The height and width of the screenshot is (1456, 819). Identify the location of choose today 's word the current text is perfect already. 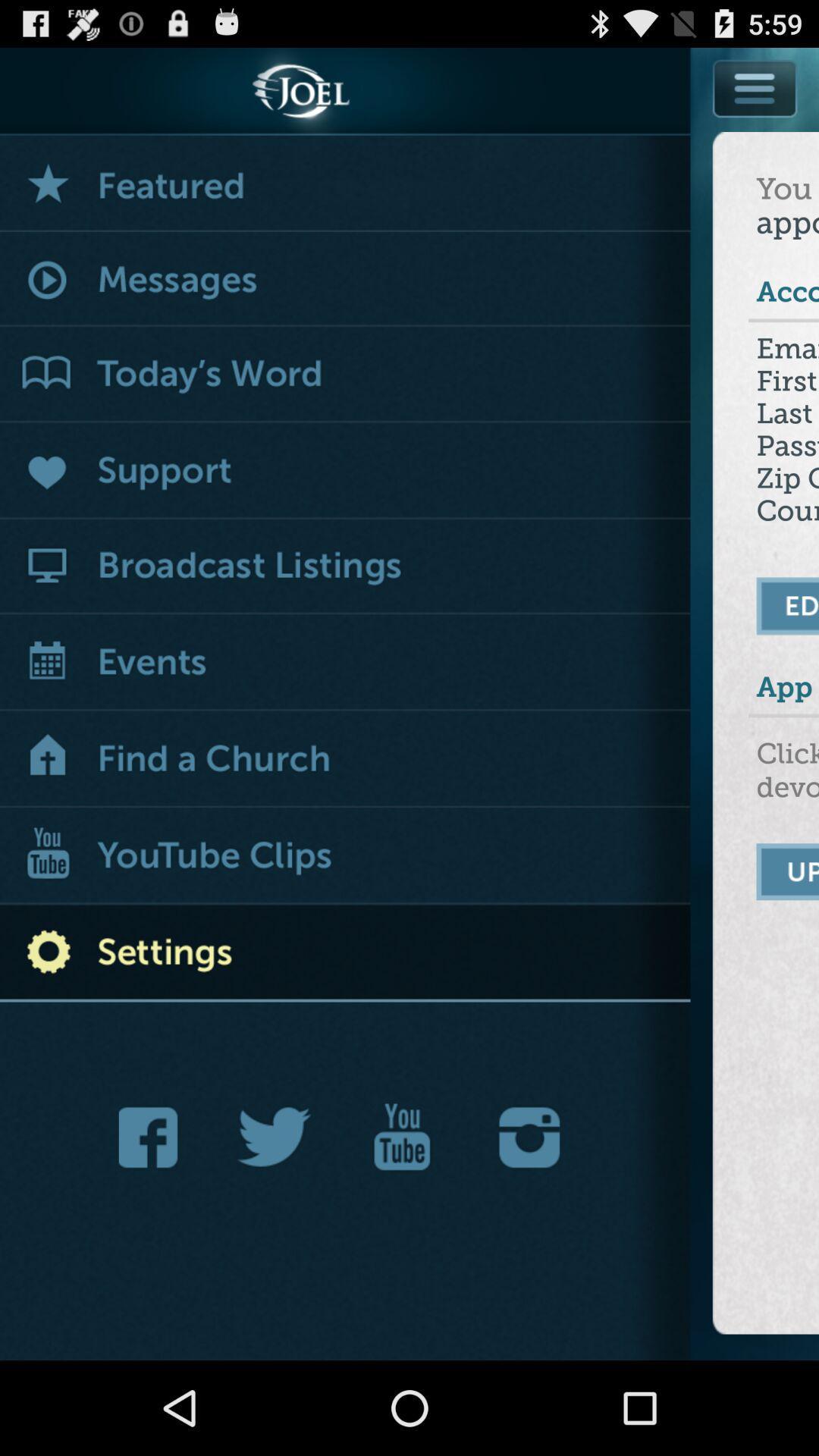
(345, 375).